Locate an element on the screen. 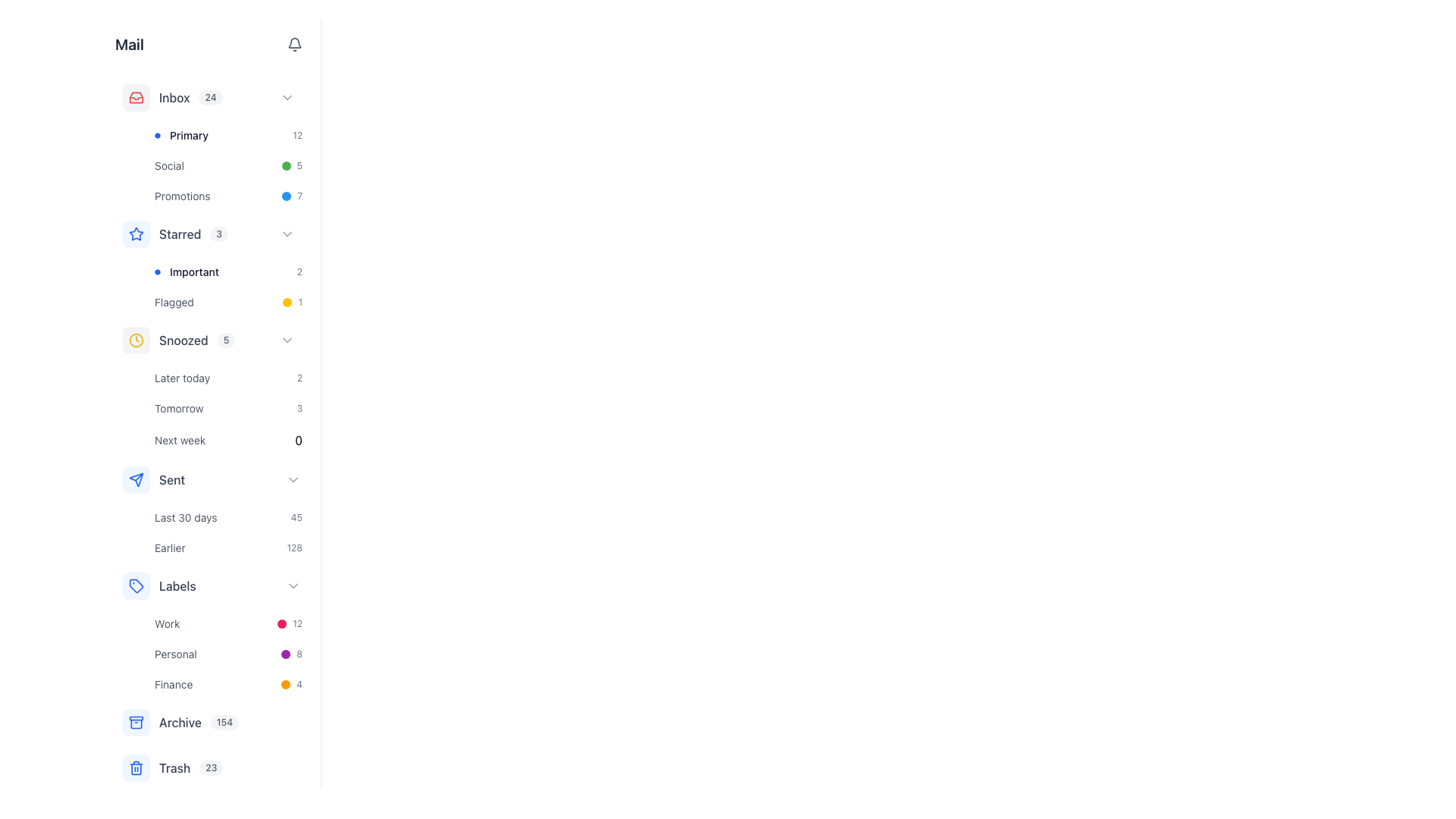 The width and height of the screenshot is (1456, 819). the 'Starred' icon located in the sidebar navigation menu, which is visually represented by a star symbol next to the 'Starred' text is located at coordinates (136, 234).